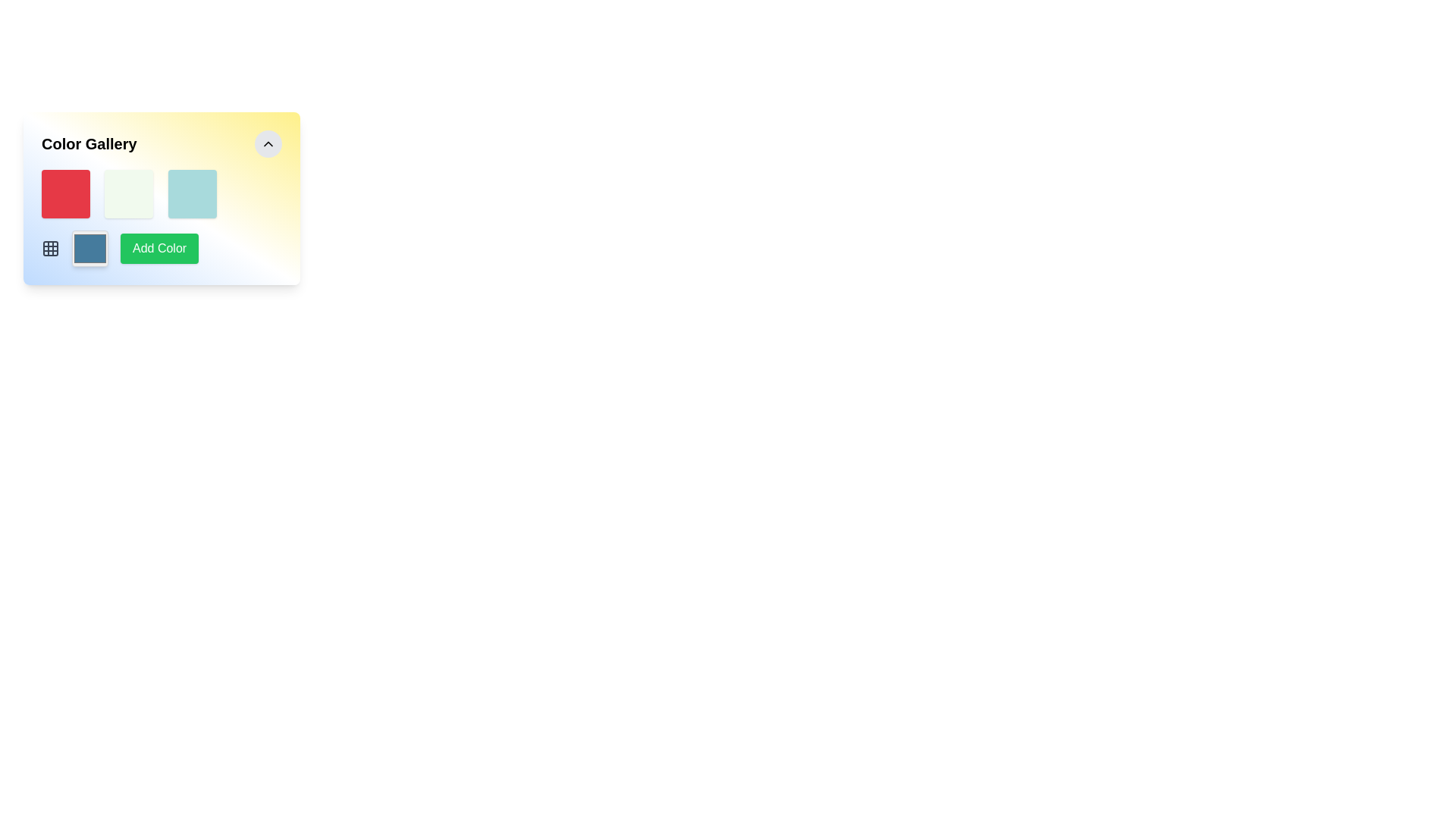  I want to click on the green rectangular button labeled 'Add Color' located in the lower central section of the 'Color Gallery' card interface, so click(162, 218).